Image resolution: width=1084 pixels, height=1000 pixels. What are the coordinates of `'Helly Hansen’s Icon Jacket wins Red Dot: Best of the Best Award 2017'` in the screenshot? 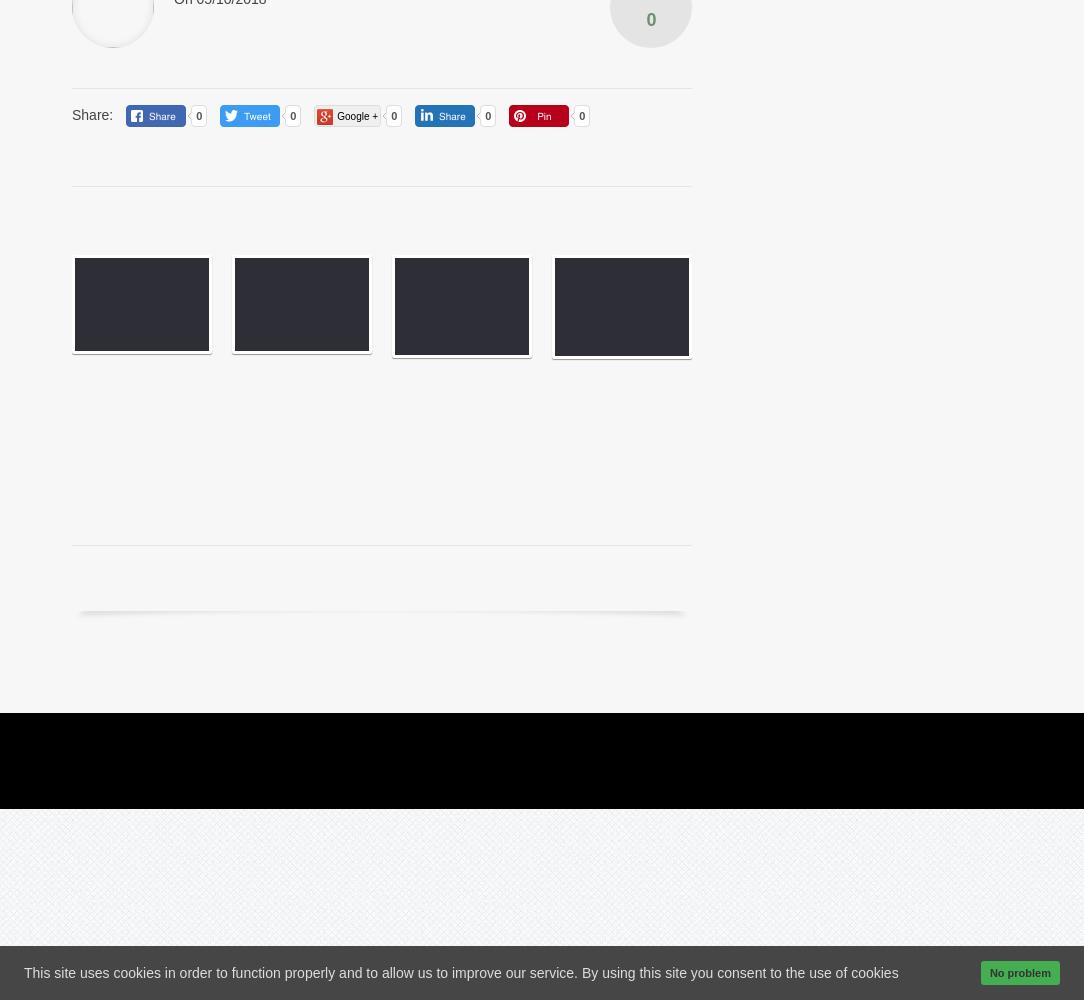 It's located at (290, 412).